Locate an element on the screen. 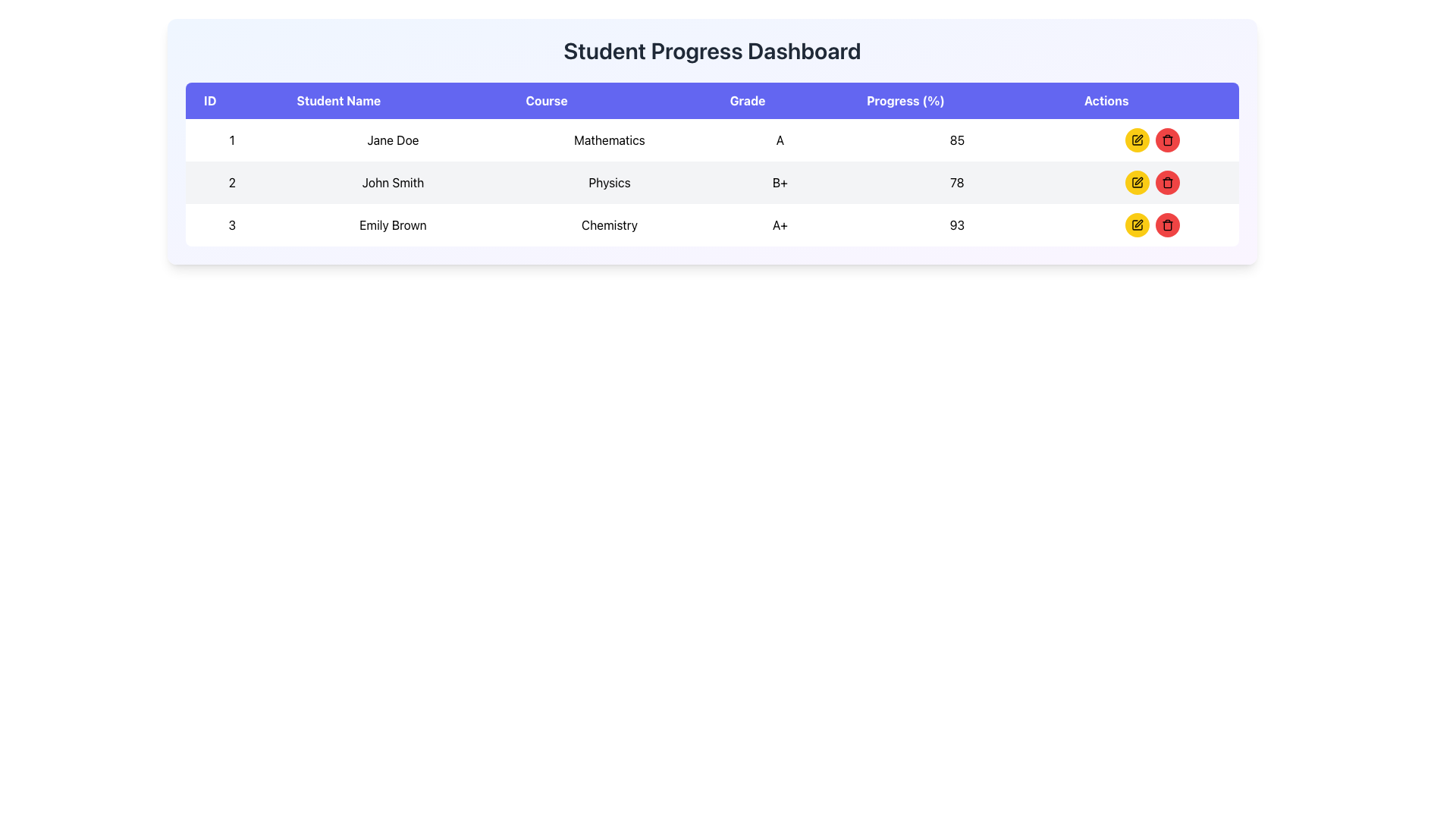 The width and height of the screenshot is (1456, 819). text displayed in the third column under the 'Course' heading for student 'Emily Brown', which shows the word 'Chemistry' is located at coordinates (610, 225).